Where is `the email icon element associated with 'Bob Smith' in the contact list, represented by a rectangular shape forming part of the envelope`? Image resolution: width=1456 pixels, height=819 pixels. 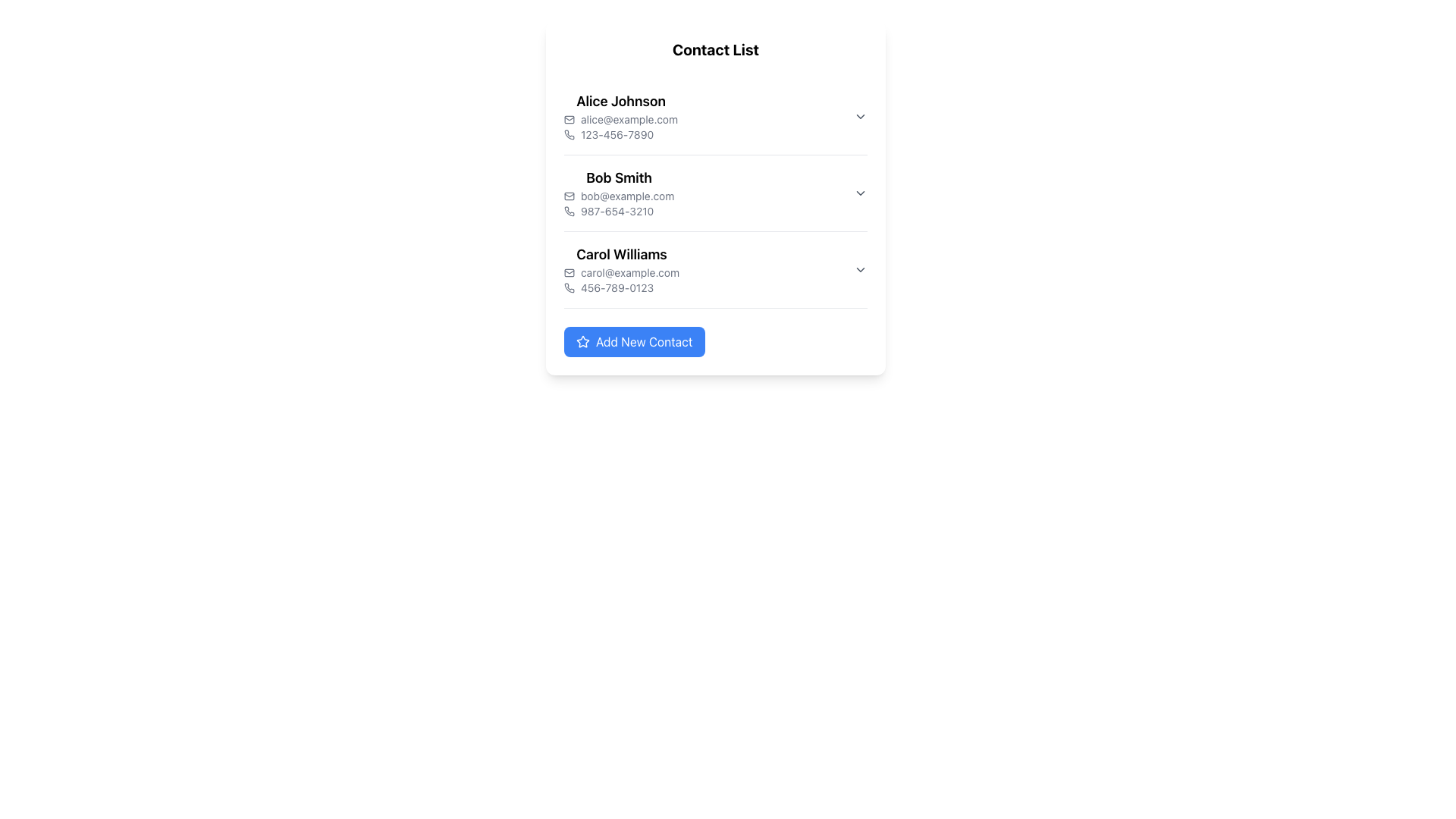 the email icon element associated with 'Bob Smith' in the contact list, represented by a rectangular shape forming part of the envelope is located at coordinates (568, 195).